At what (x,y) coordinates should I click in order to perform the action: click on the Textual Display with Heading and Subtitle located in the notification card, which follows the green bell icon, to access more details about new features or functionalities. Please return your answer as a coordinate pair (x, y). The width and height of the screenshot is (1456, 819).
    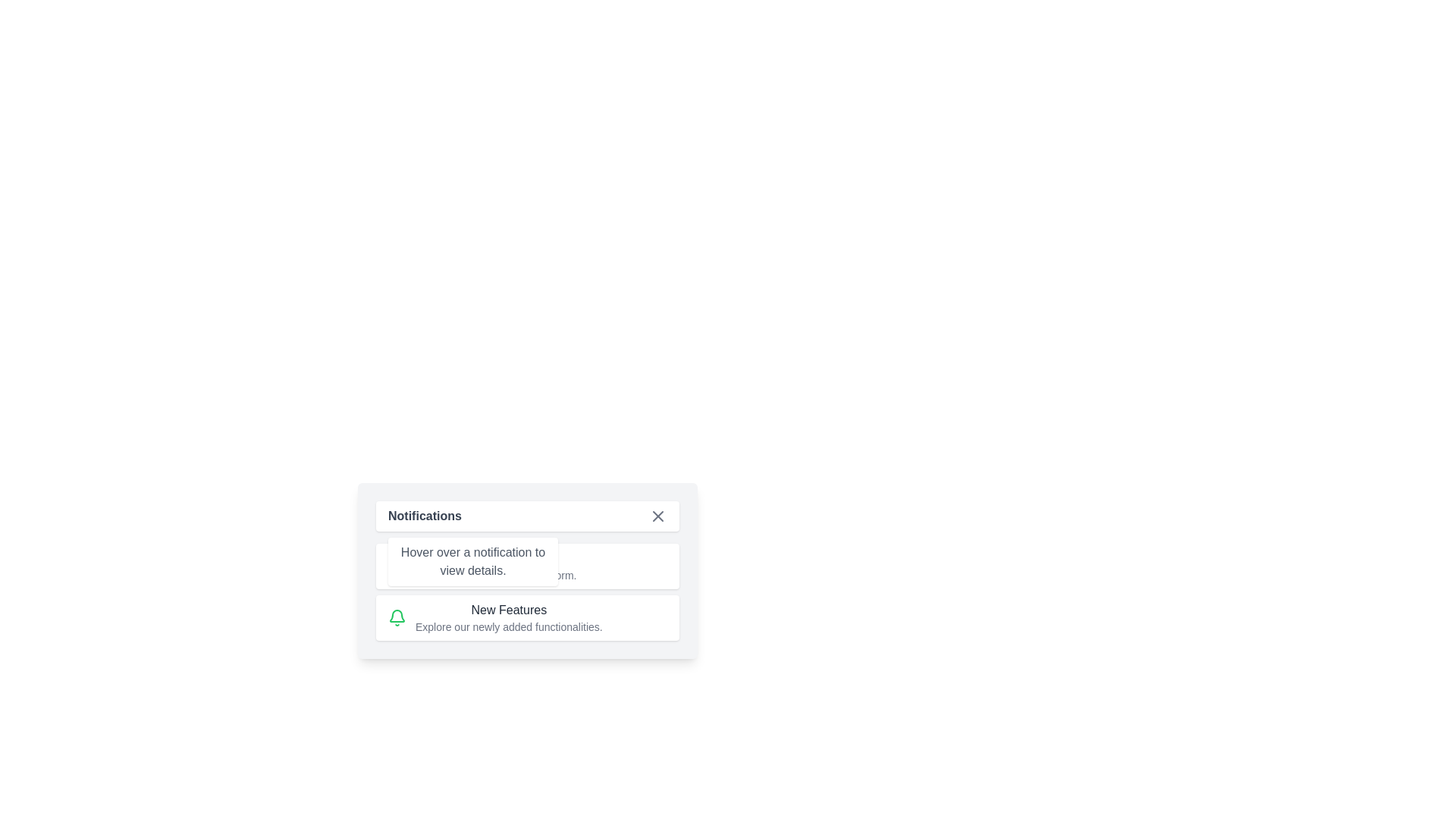
    Looking at the image, I should click on (509, 617).